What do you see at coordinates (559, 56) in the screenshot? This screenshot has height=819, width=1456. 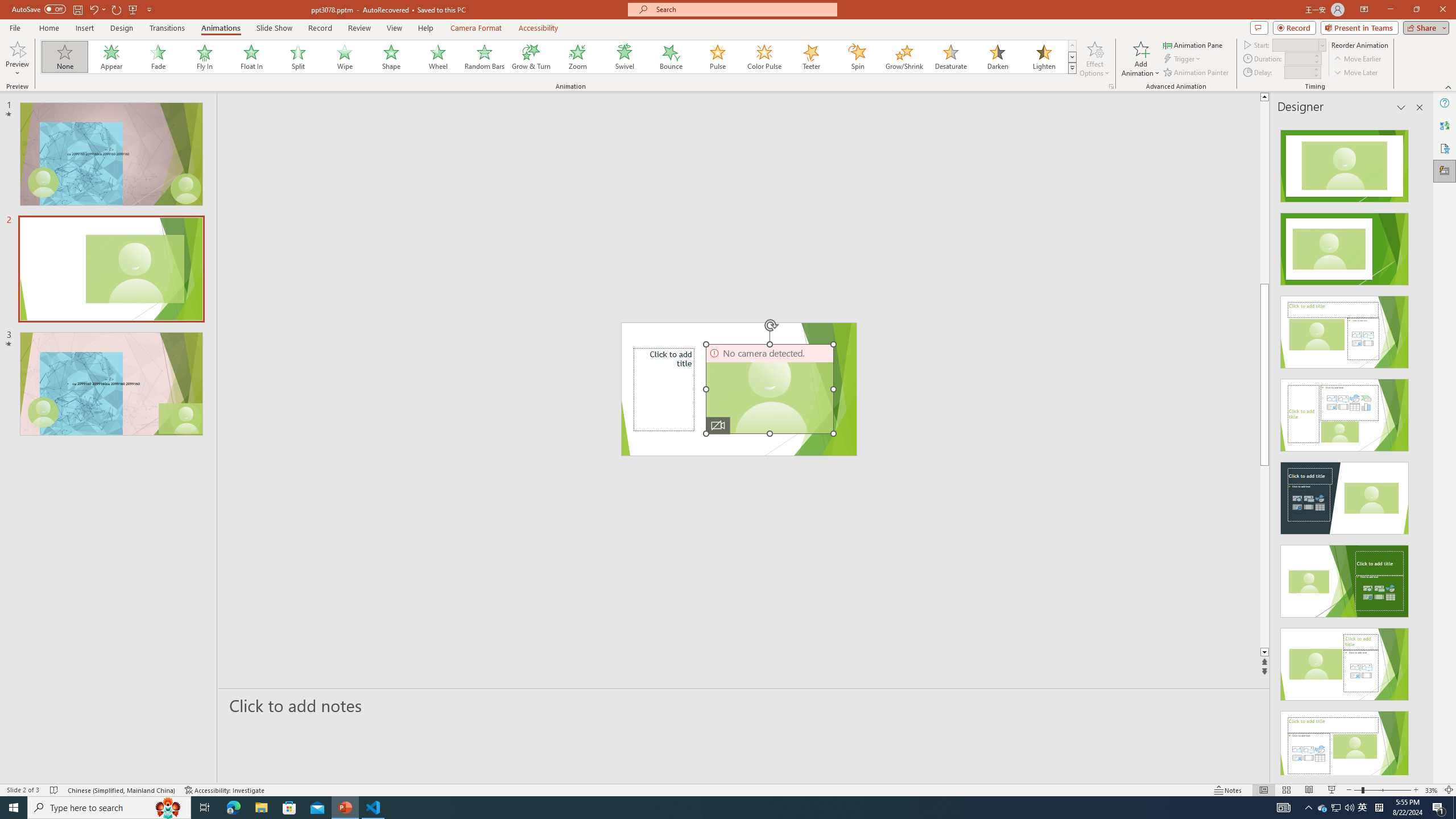 I see `'AutomationID: AnimationGallery'` at bounding box center [559, 56].